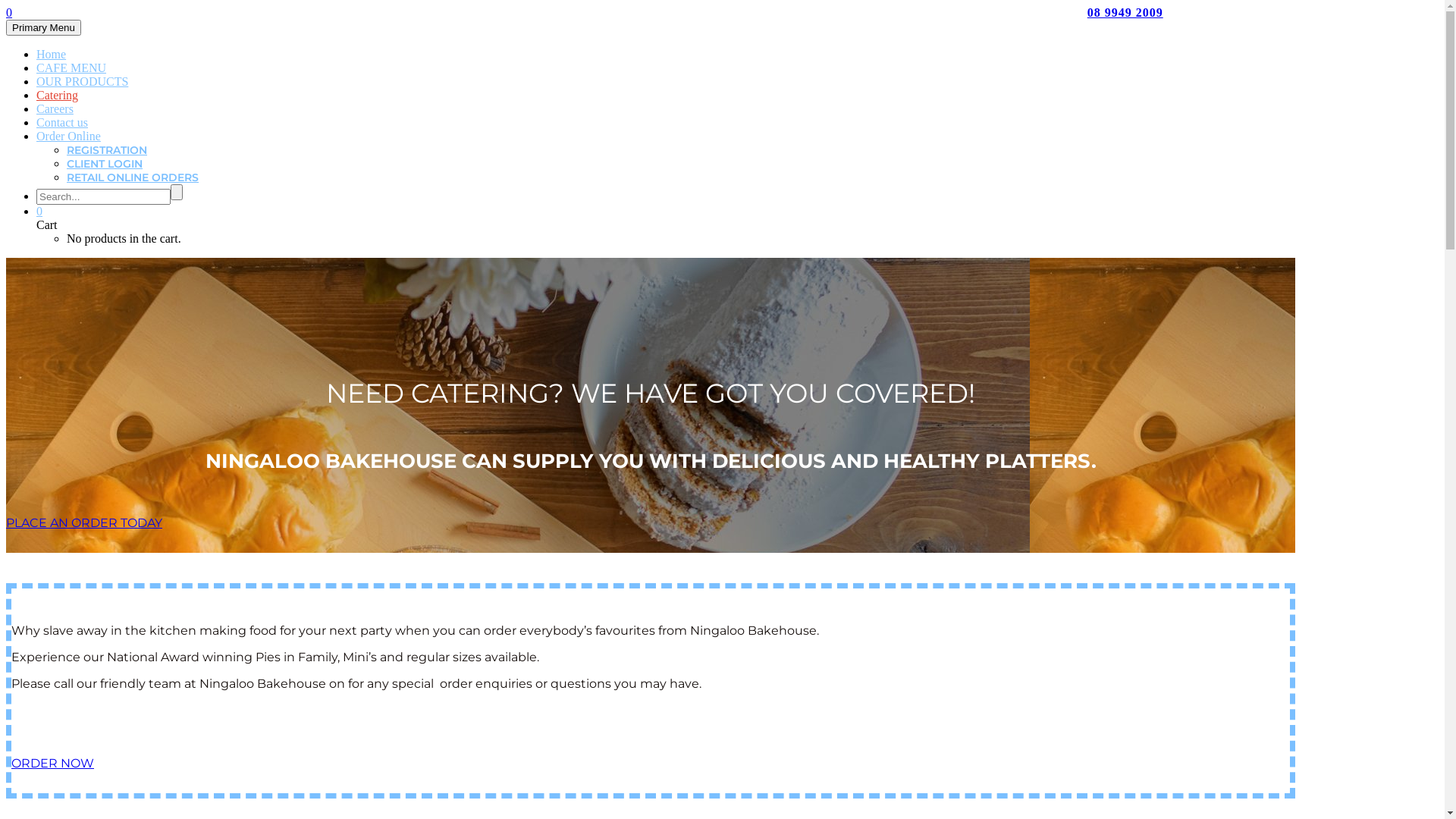  Describe the element at coordinates (67, 135) in the screenshot. I see `'Order Online'` at that location.